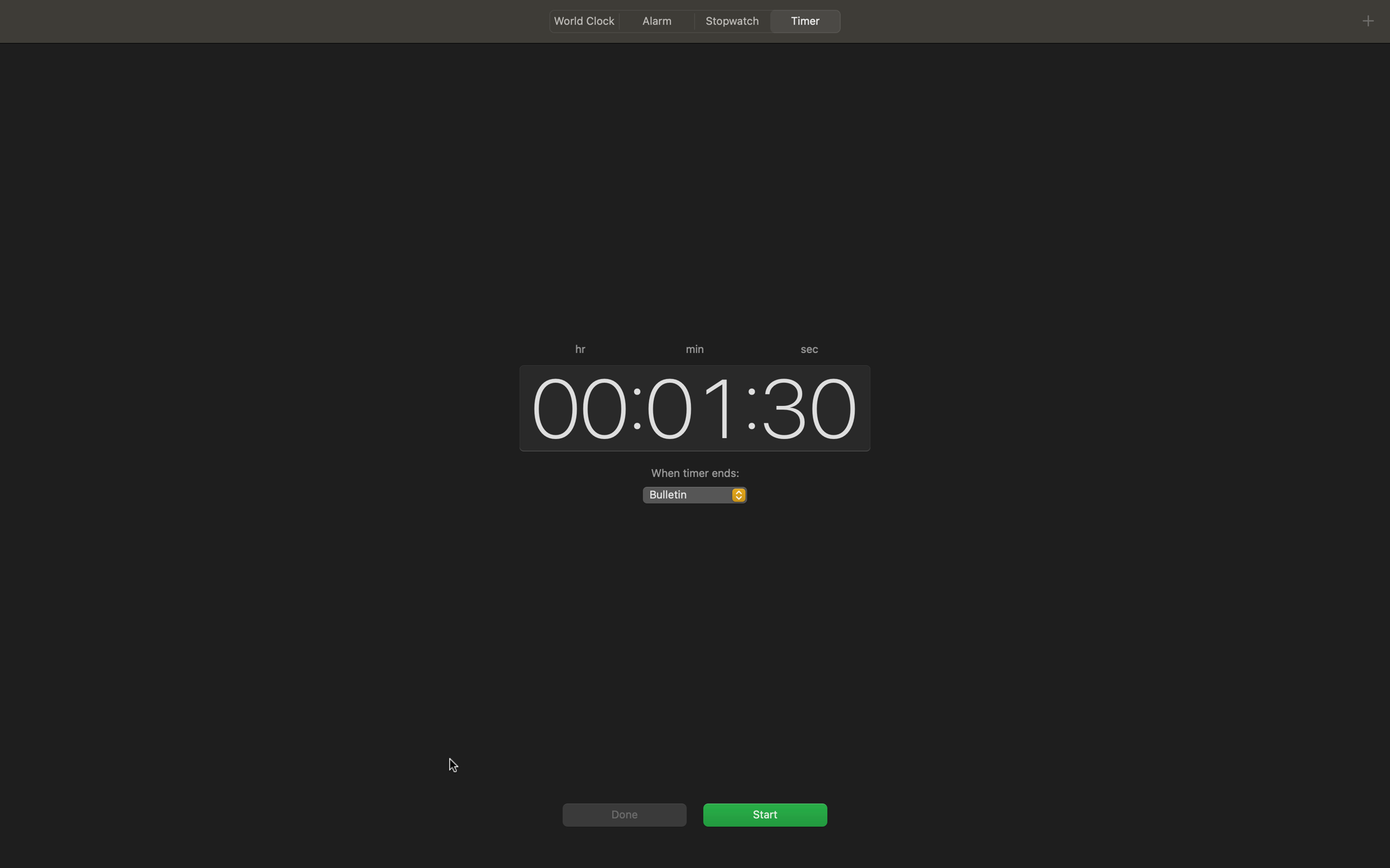  Describe the element at coordinates (764, 813) in the screenshot. I see `Start Timer by pressing the green button` at that location.